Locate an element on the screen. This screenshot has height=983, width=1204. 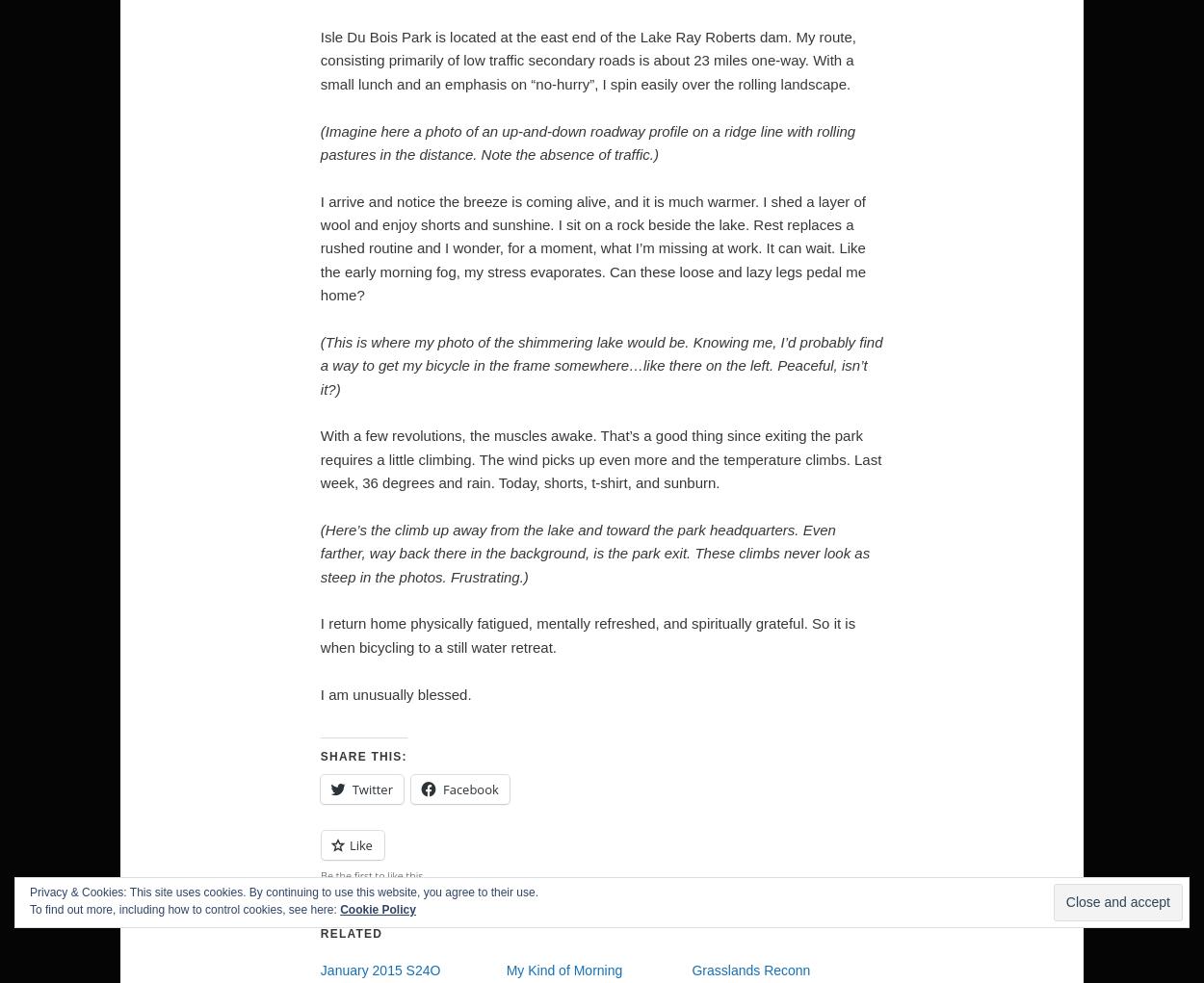
'Cookie Policy' is located at coordinates (339, 909).